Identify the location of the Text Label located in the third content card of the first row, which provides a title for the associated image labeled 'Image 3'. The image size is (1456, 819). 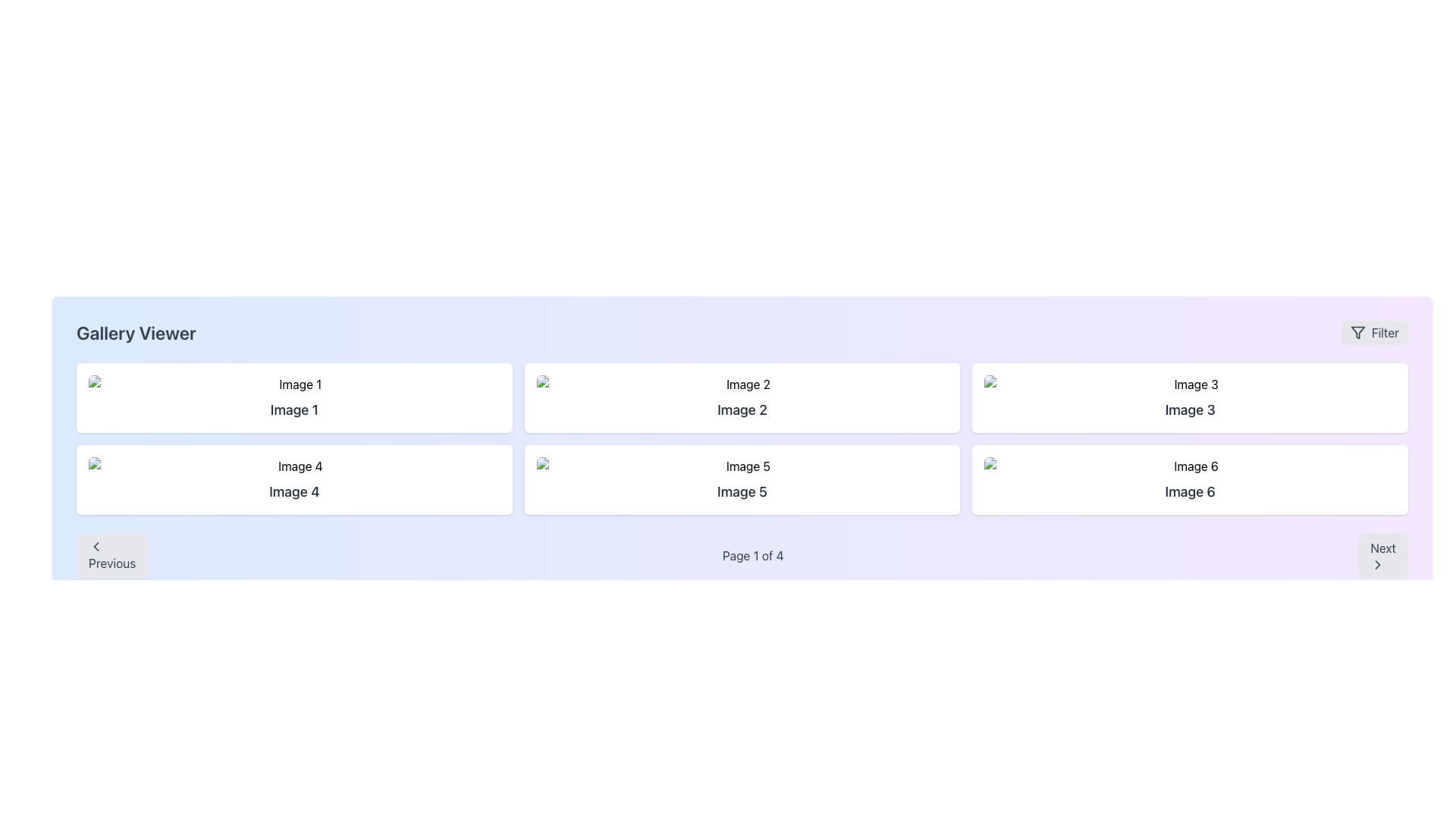
(1189, 409).